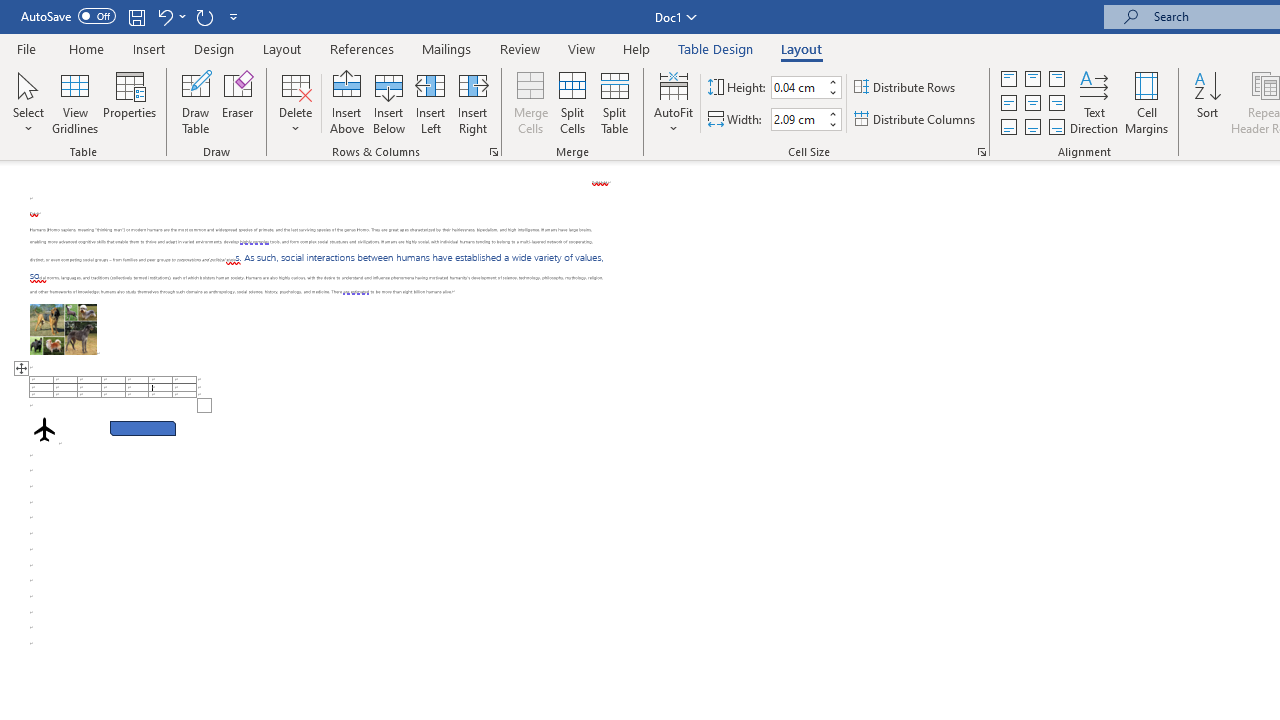 The image size is (1280, 720). What do you see at coordinates (196, 103) in the screenshot?
I see `'Draw Table'` at bounding box center [196, 103].